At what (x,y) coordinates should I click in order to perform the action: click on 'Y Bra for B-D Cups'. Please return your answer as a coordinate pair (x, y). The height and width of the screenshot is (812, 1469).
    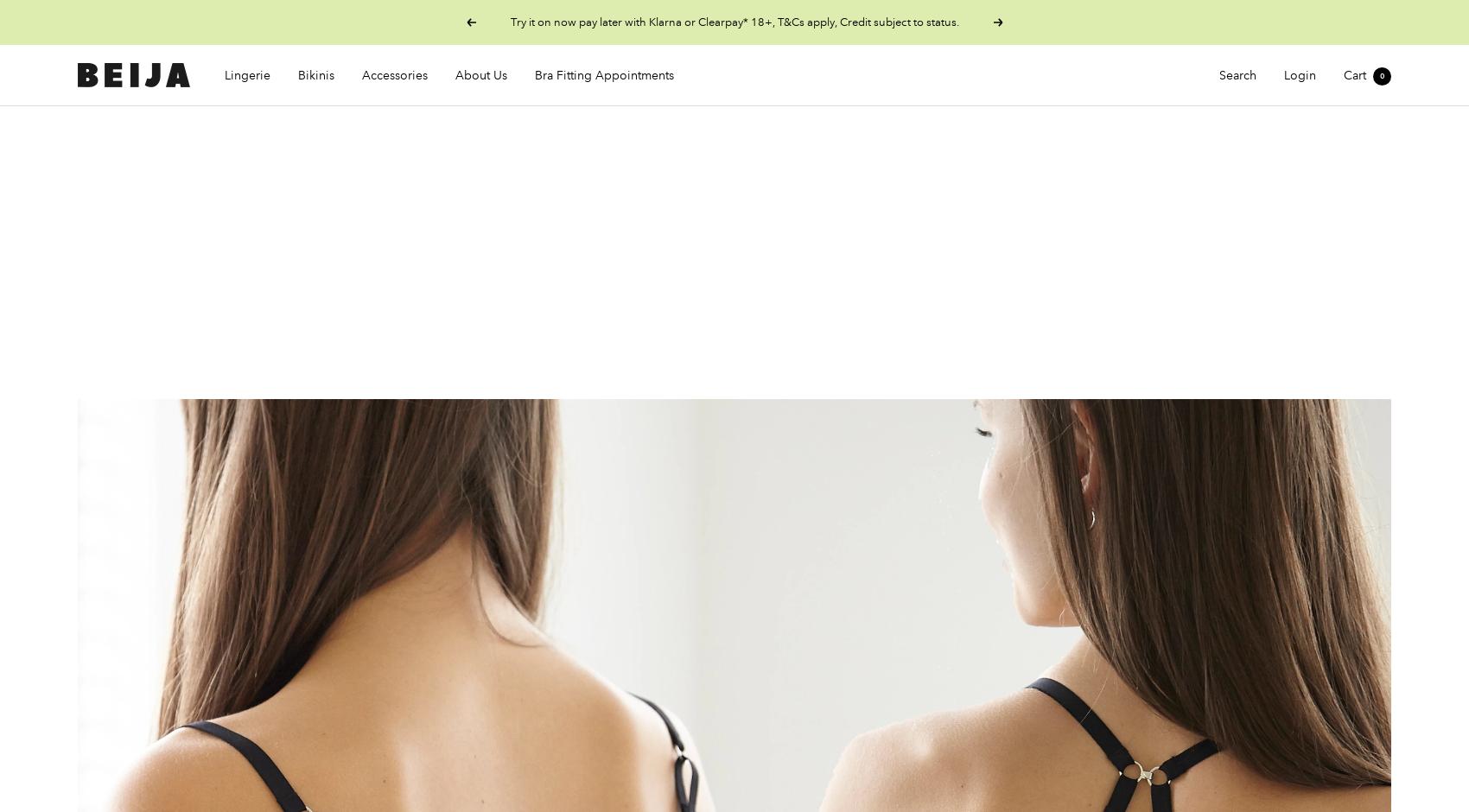
    Looking at the image, I should click on (296, 221).